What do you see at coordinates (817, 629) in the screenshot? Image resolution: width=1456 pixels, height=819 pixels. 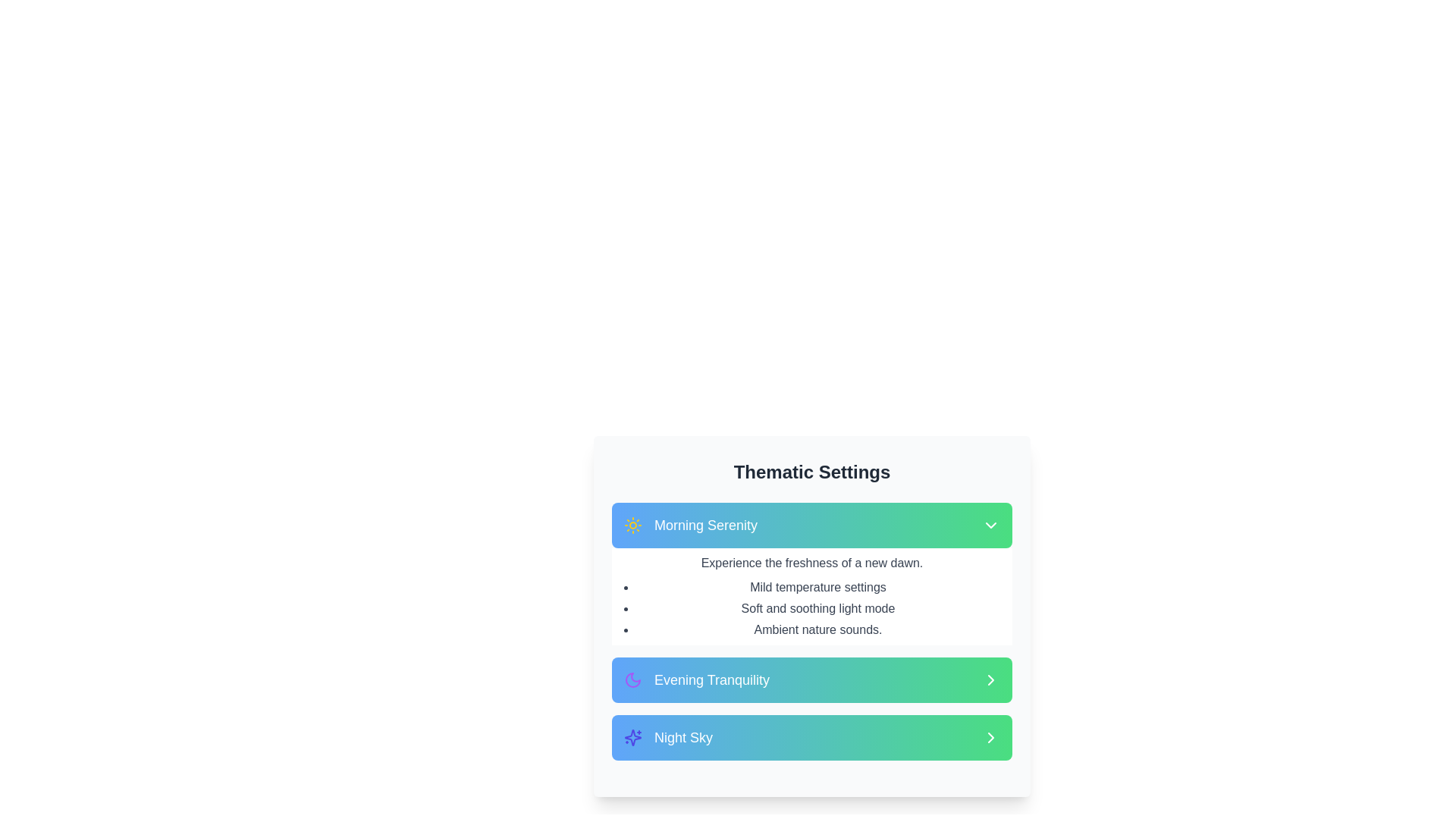 I see `the text item reading 'Ambient nature sounds.' which is the third item in a bulleted list under 'Morning Serenity.'` at bounding box center [817, 629].